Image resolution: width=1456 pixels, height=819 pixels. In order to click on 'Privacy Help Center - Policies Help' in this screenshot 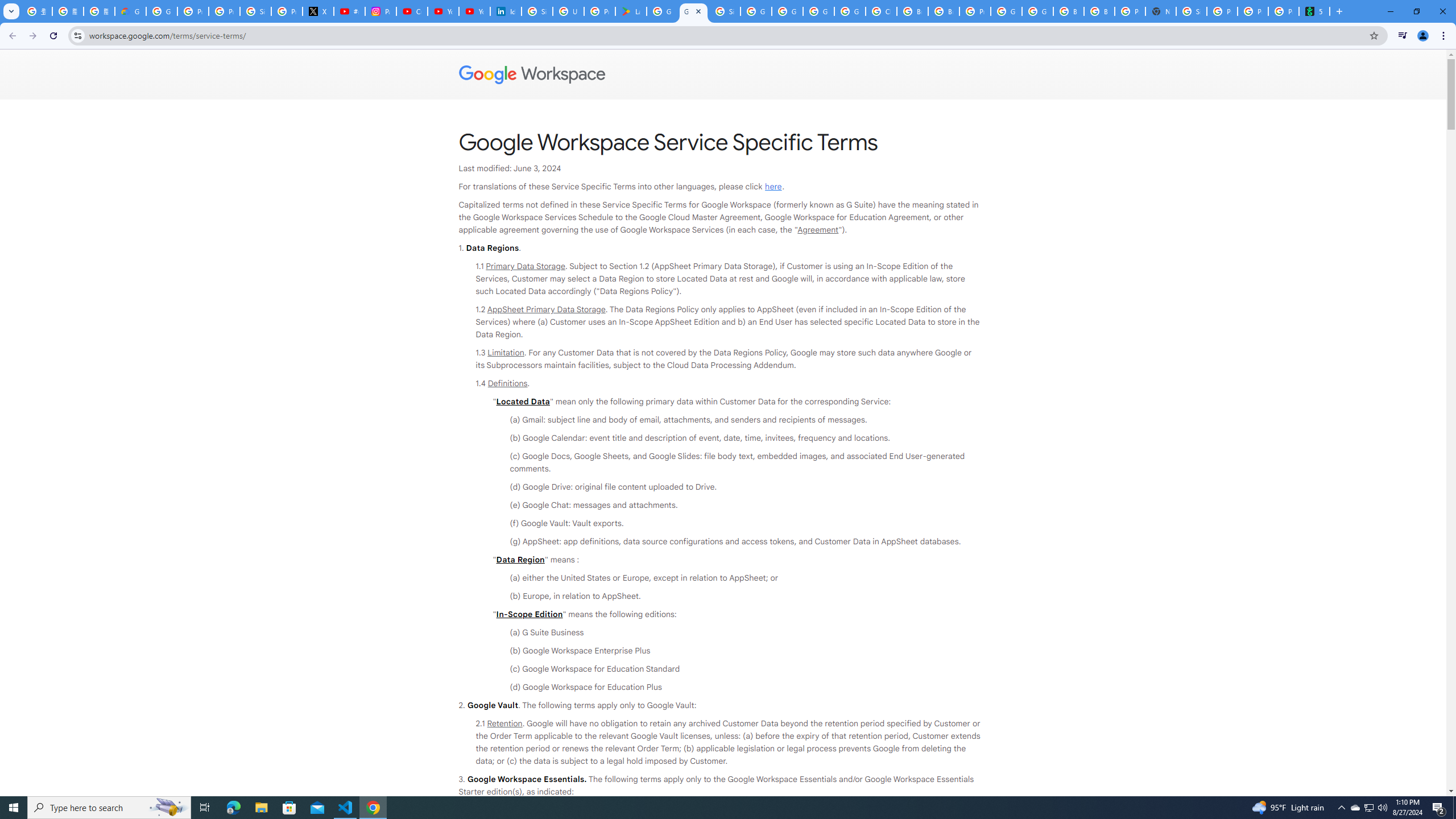, I will do `click(224, 11)`.